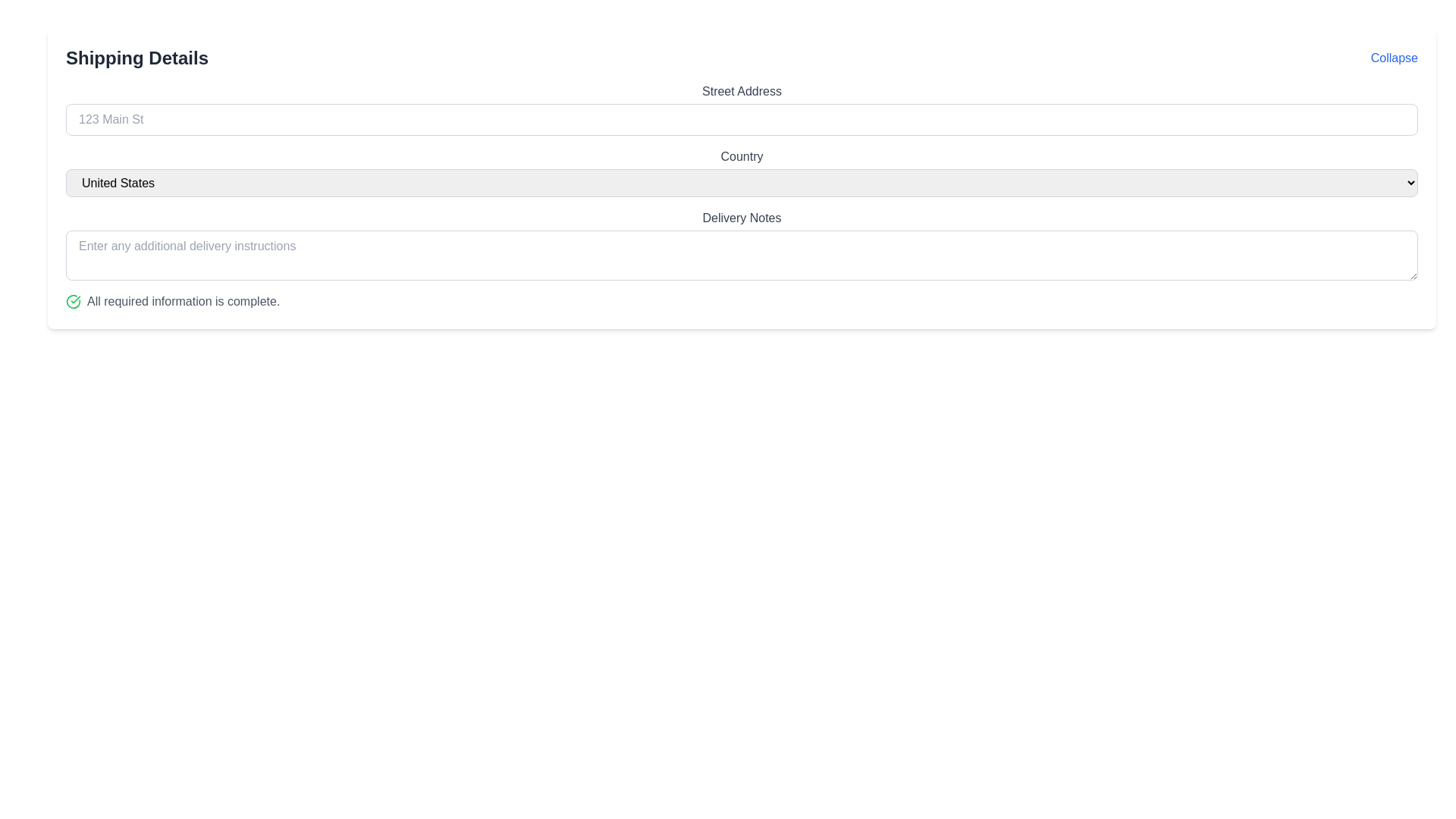 The image size is (1456, 819). I want to click on the descriptive label for the country selection dropdown menu located in the upper central region of the interface, so click(742, 157).